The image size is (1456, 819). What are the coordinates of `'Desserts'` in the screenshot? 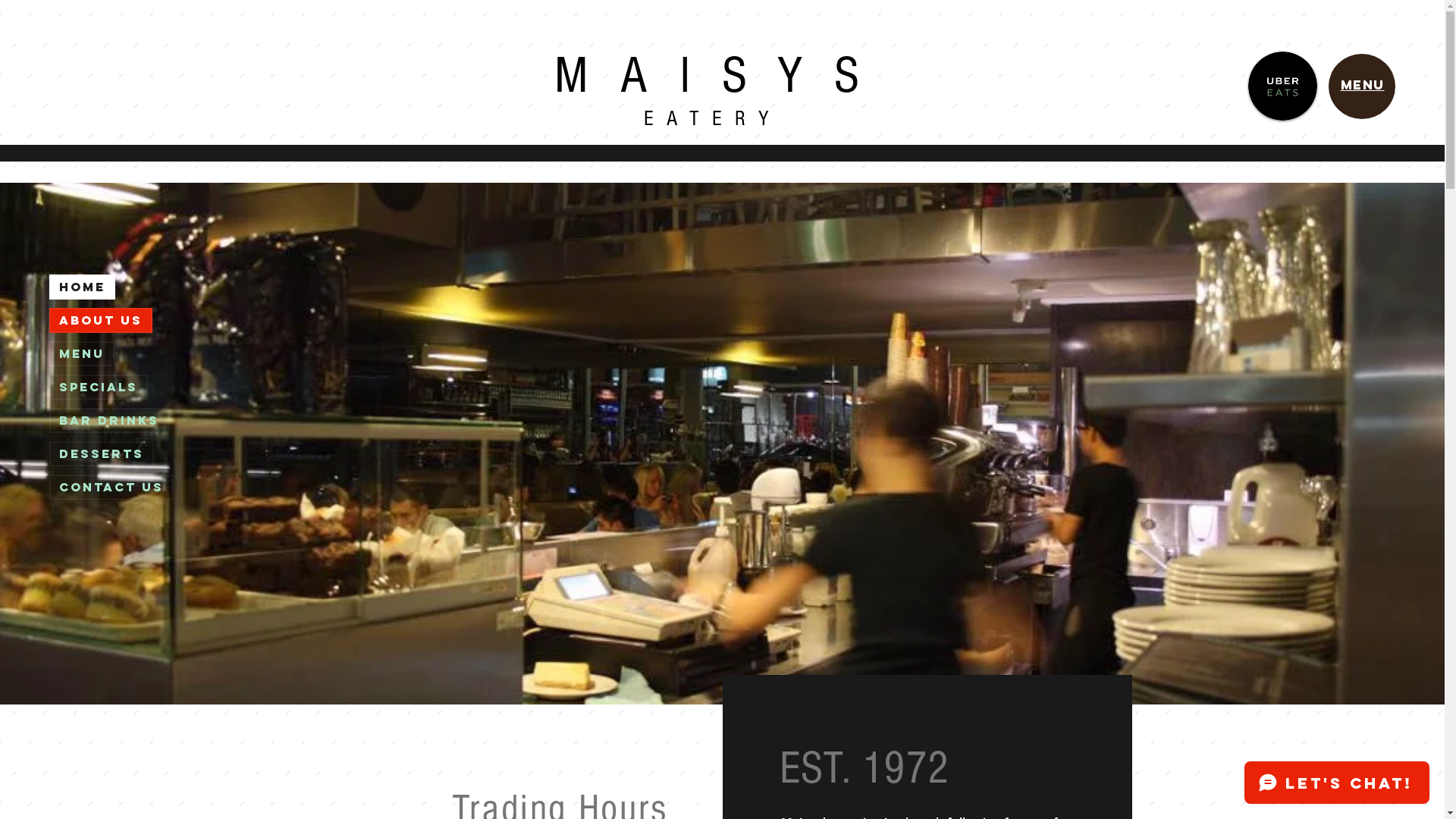 It's located at (51, 453).